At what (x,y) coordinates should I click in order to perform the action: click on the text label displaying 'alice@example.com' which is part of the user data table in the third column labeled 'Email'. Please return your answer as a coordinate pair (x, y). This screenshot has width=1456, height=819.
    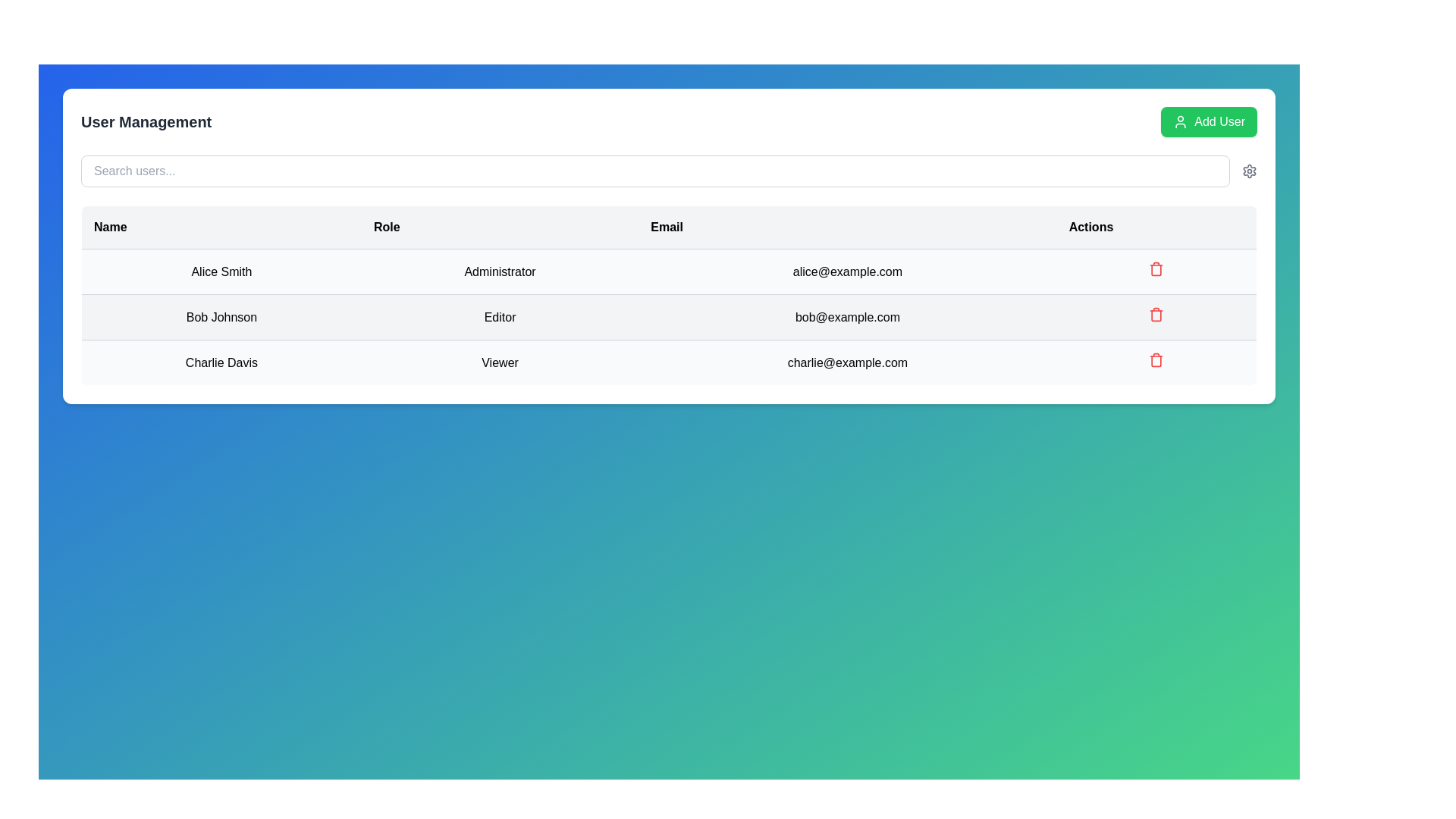
    Looking at the image, I should click on (847, 271).